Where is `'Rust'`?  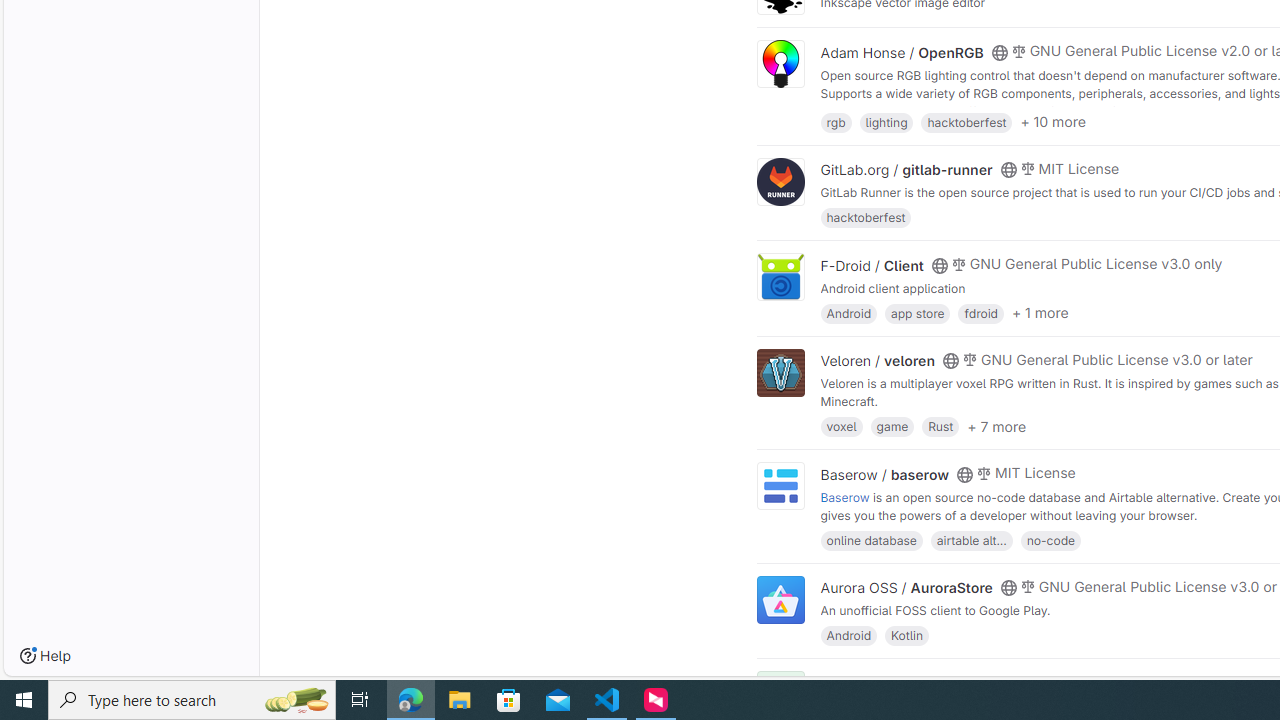 'Rust' is located at coordinates (939, 425).